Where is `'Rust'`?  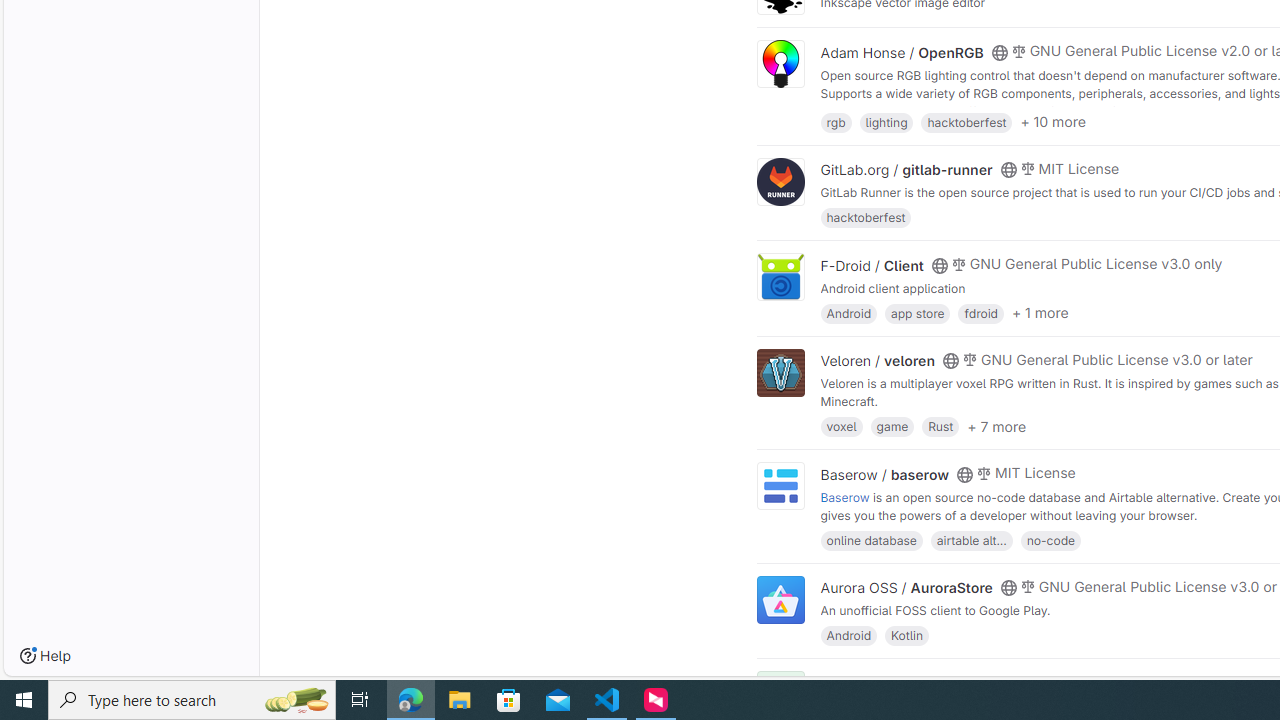 'Rust' is located at coordinates (939, 425).